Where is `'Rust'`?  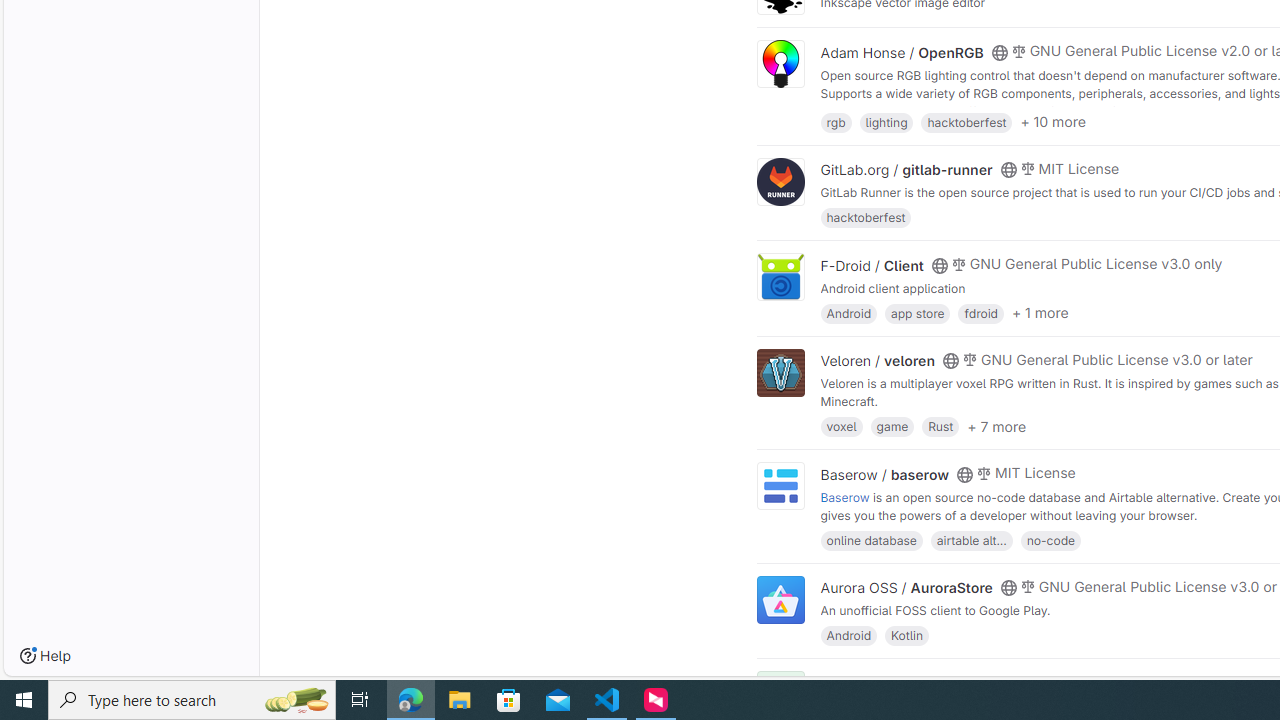 'Rust' is located at coordinates (939, 425).